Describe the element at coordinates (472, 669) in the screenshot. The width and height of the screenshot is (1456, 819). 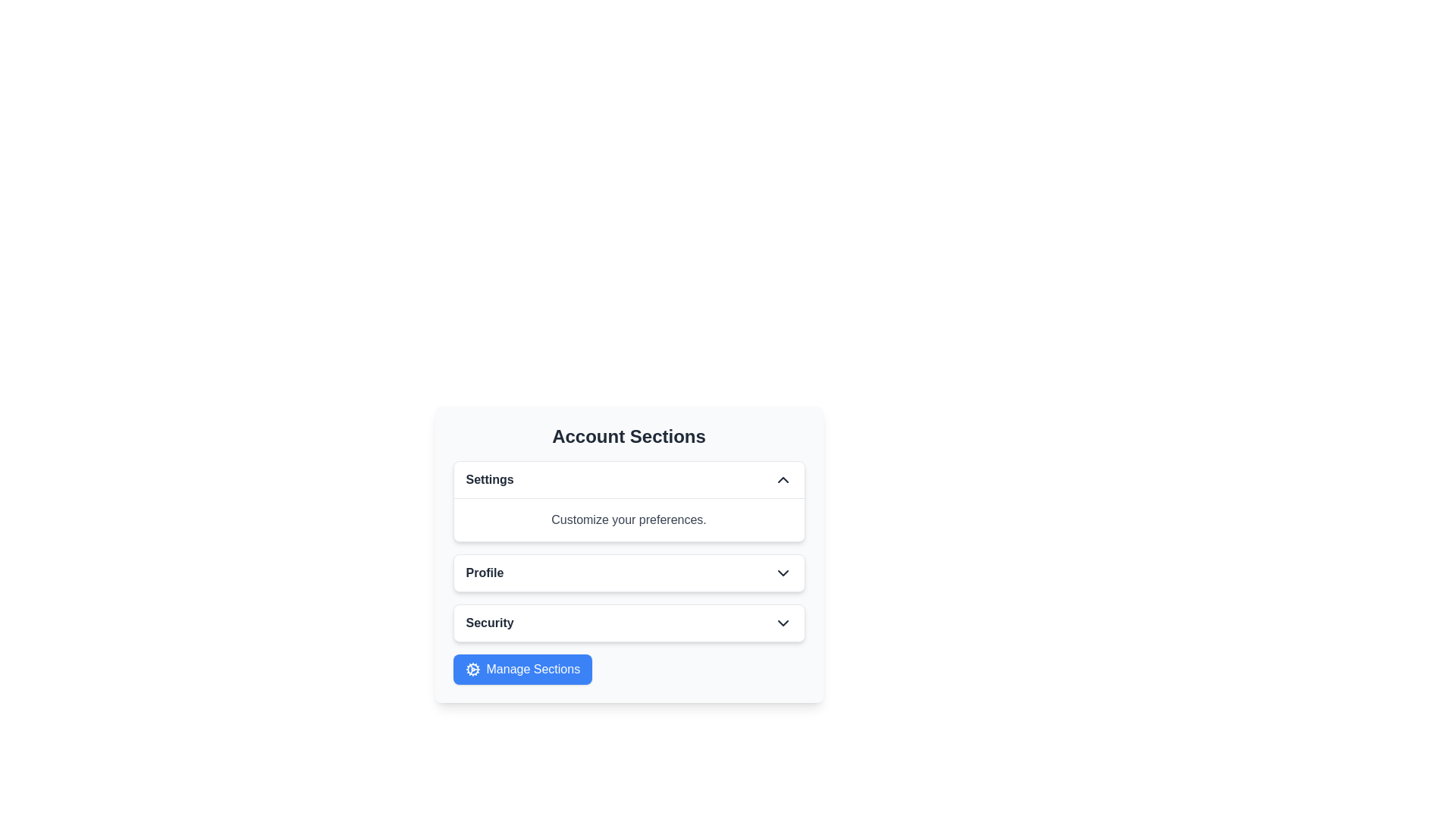
I see `the outer circumference of the cogwheel icon, which represents a settings or configuration functionality` at that location.